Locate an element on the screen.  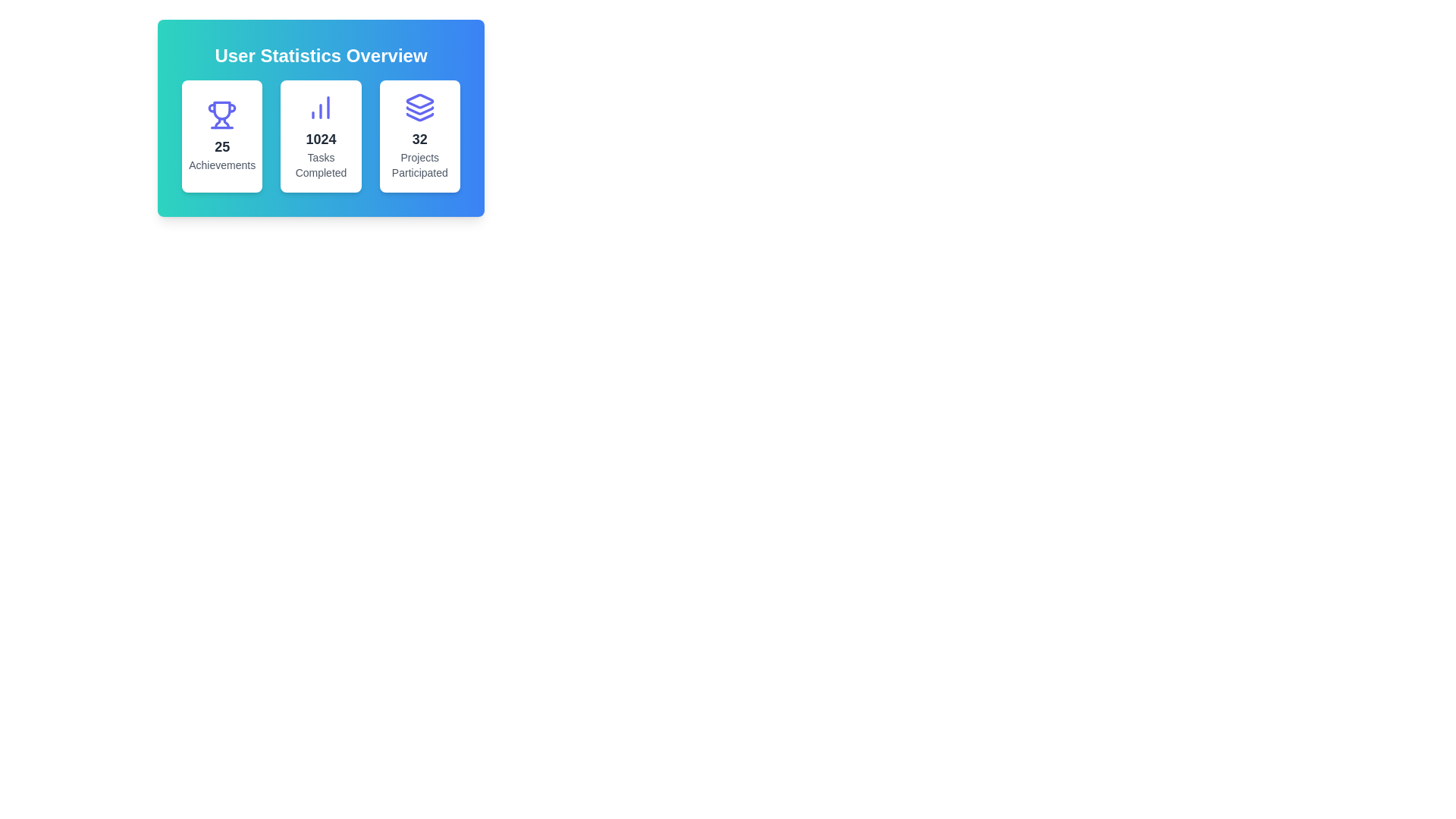
the bold numeric text '25' displayed in dark-gray color, which is centrally positioned below a trophy icon and above the text 'Achievements' is located at coordinates (221, 146).